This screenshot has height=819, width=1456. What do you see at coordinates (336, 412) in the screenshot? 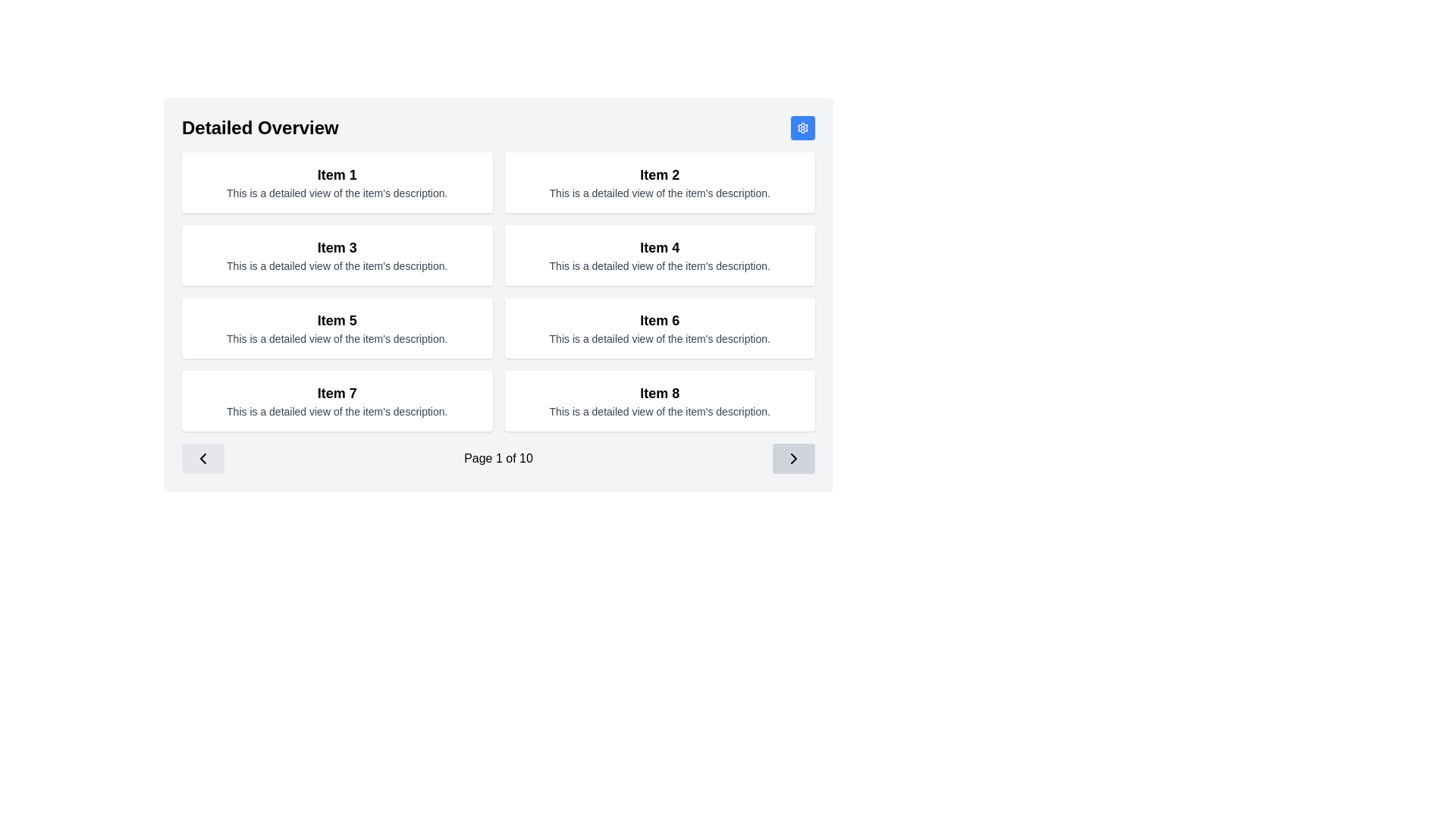
I see `the static informational text located directly below the title 'Item 7' within the white card in the first column of the fourth row of the grid layout` at bounding box center [336, 412].